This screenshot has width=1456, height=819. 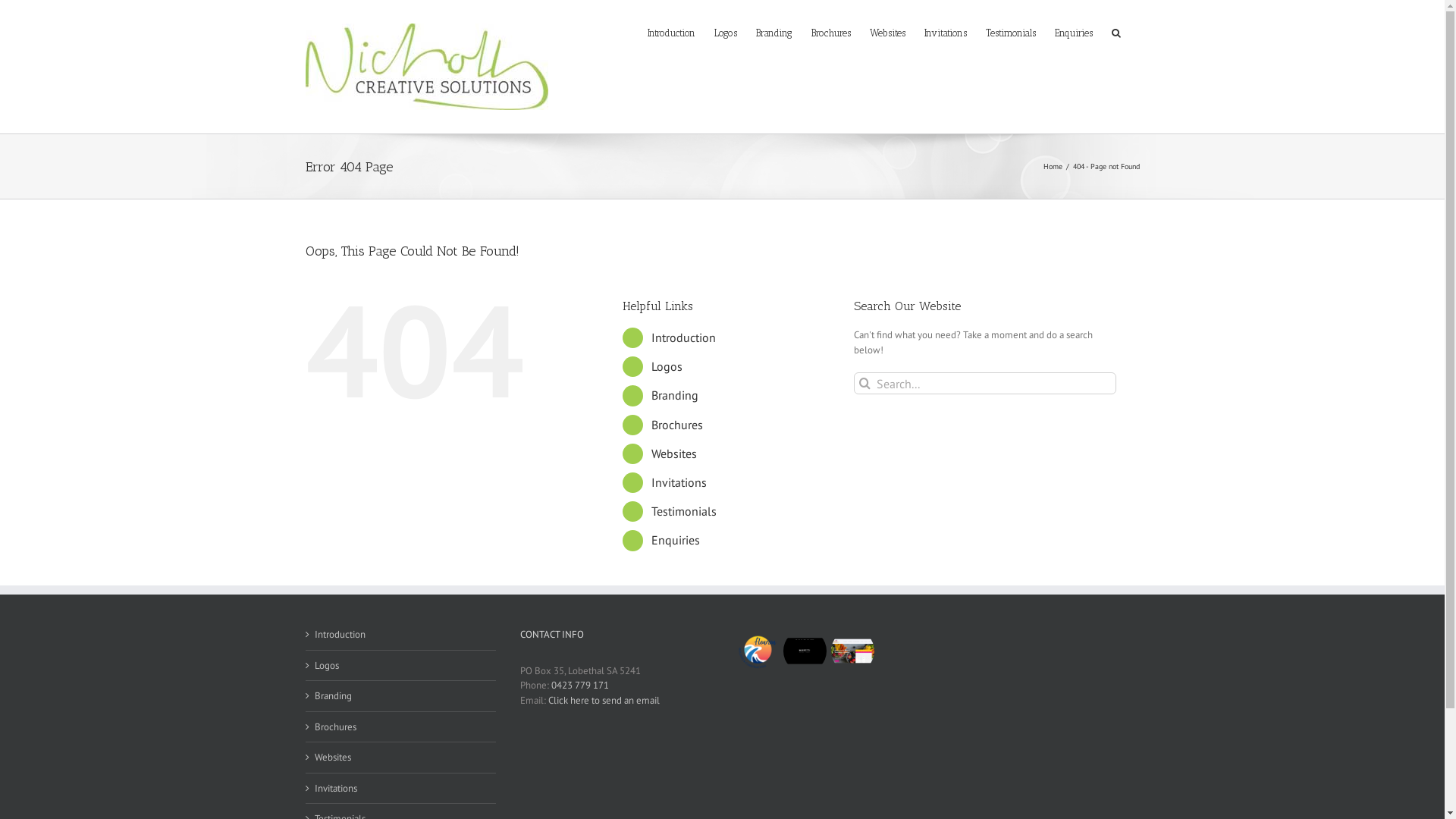 What do you see at coordinates (1053, 32) in the screenshot?
I see `'Enquiries'` at bounding box center [1053, 32].